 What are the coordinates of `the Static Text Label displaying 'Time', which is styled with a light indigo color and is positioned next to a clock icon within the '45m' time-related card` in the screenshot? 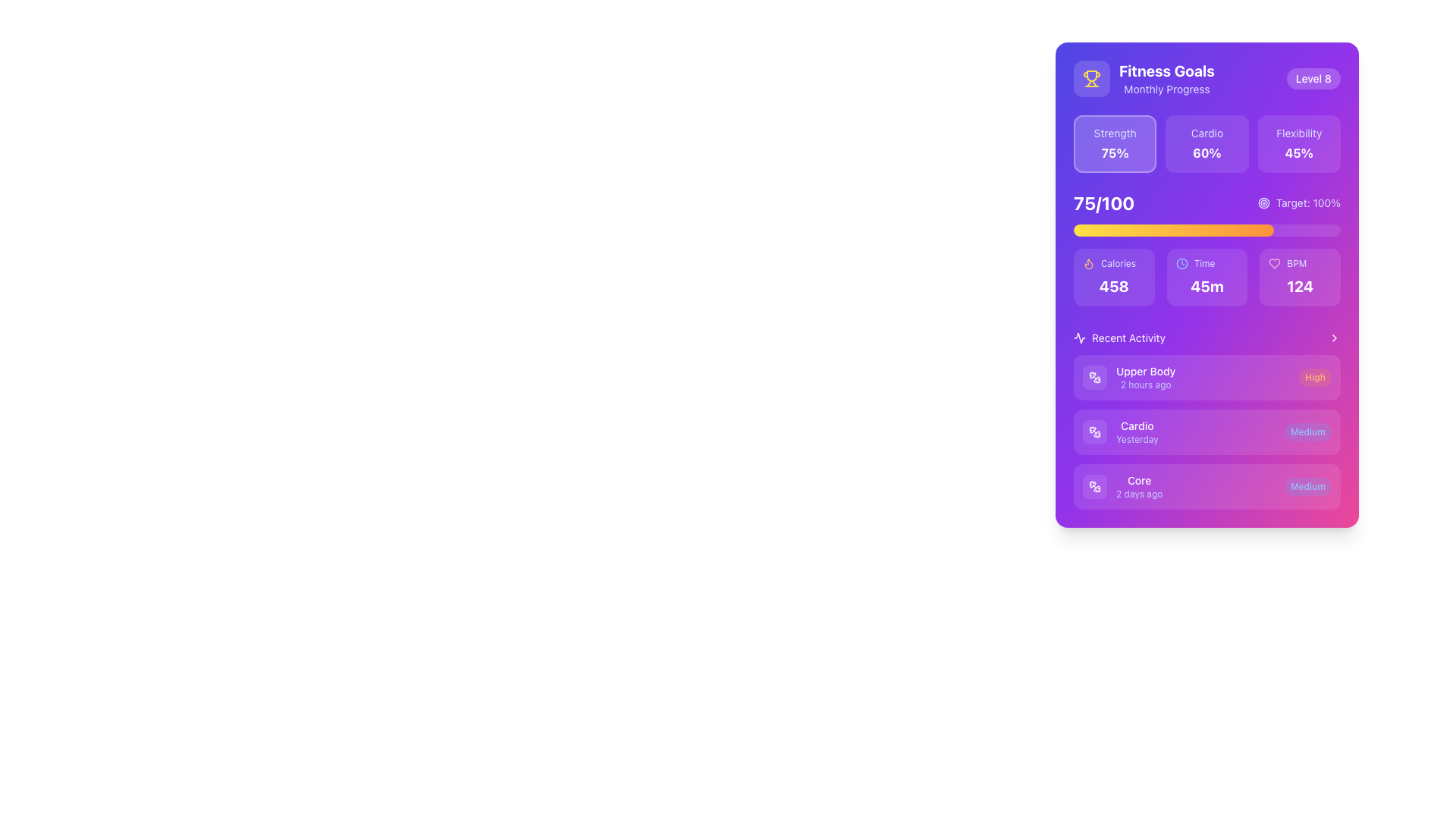 It's located at (1203, 262).